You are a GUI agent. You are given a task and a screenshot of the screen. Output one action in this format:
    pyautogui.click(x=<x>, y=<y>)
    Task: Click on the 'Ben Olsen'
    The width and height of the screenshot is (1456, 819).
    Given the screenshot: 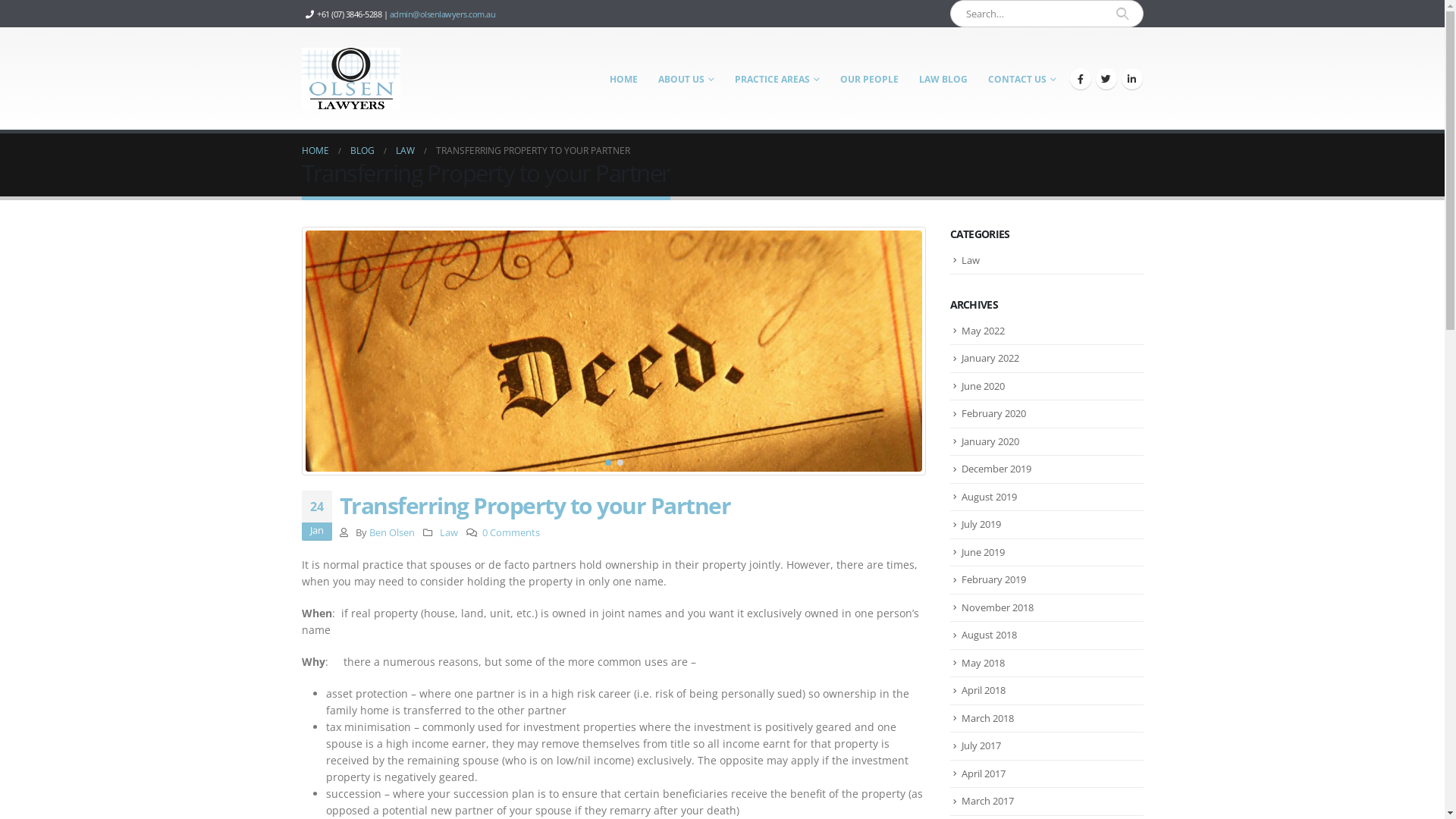 What is the action you would take?
    pyautogui.click(x=369, y=532)
    